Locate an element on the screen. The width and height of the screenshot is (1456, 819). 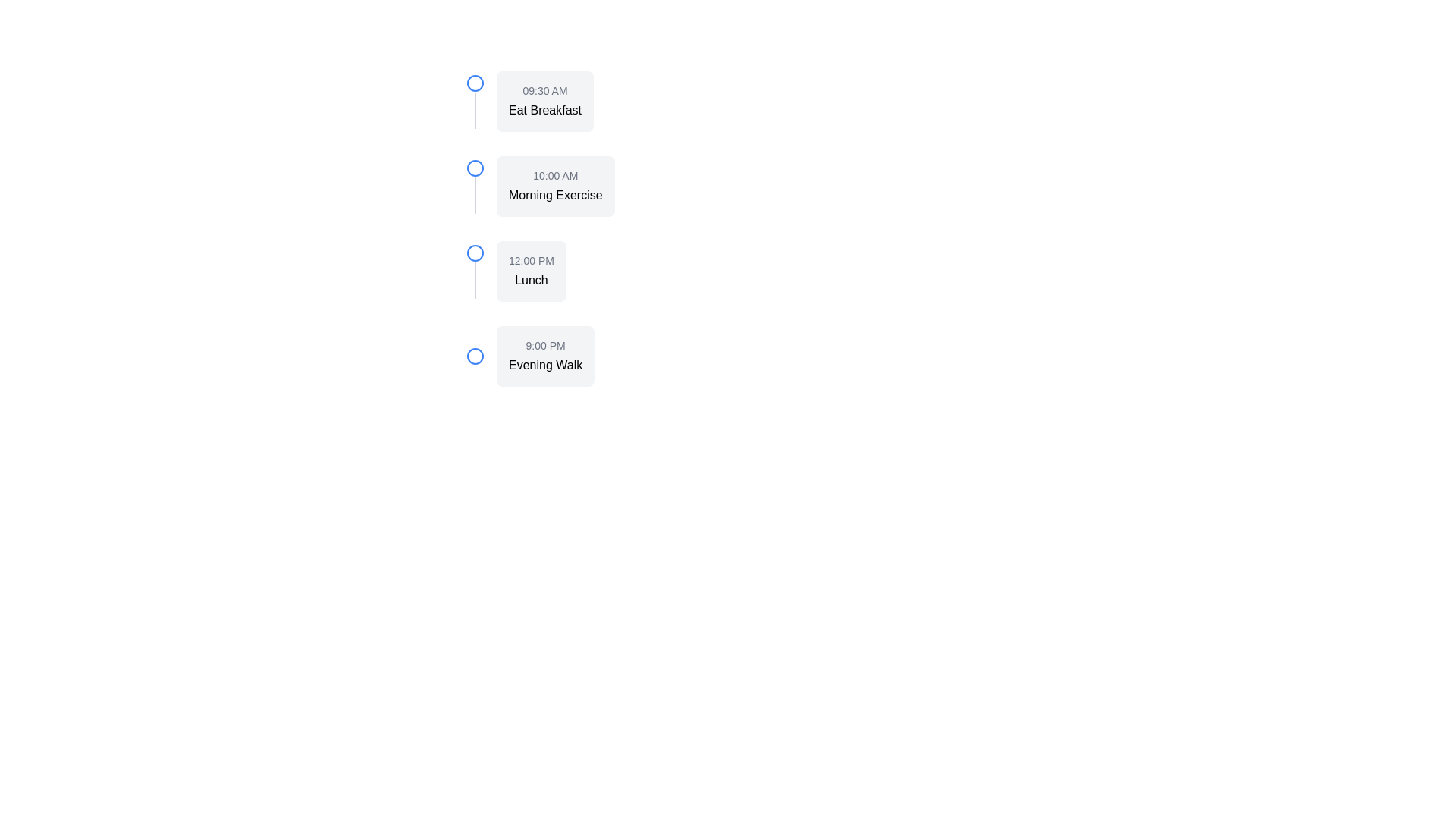
the third circle in the vertical timeline that indicates the '12:00 PM Lunch' event is located at coordinates (475, 253).